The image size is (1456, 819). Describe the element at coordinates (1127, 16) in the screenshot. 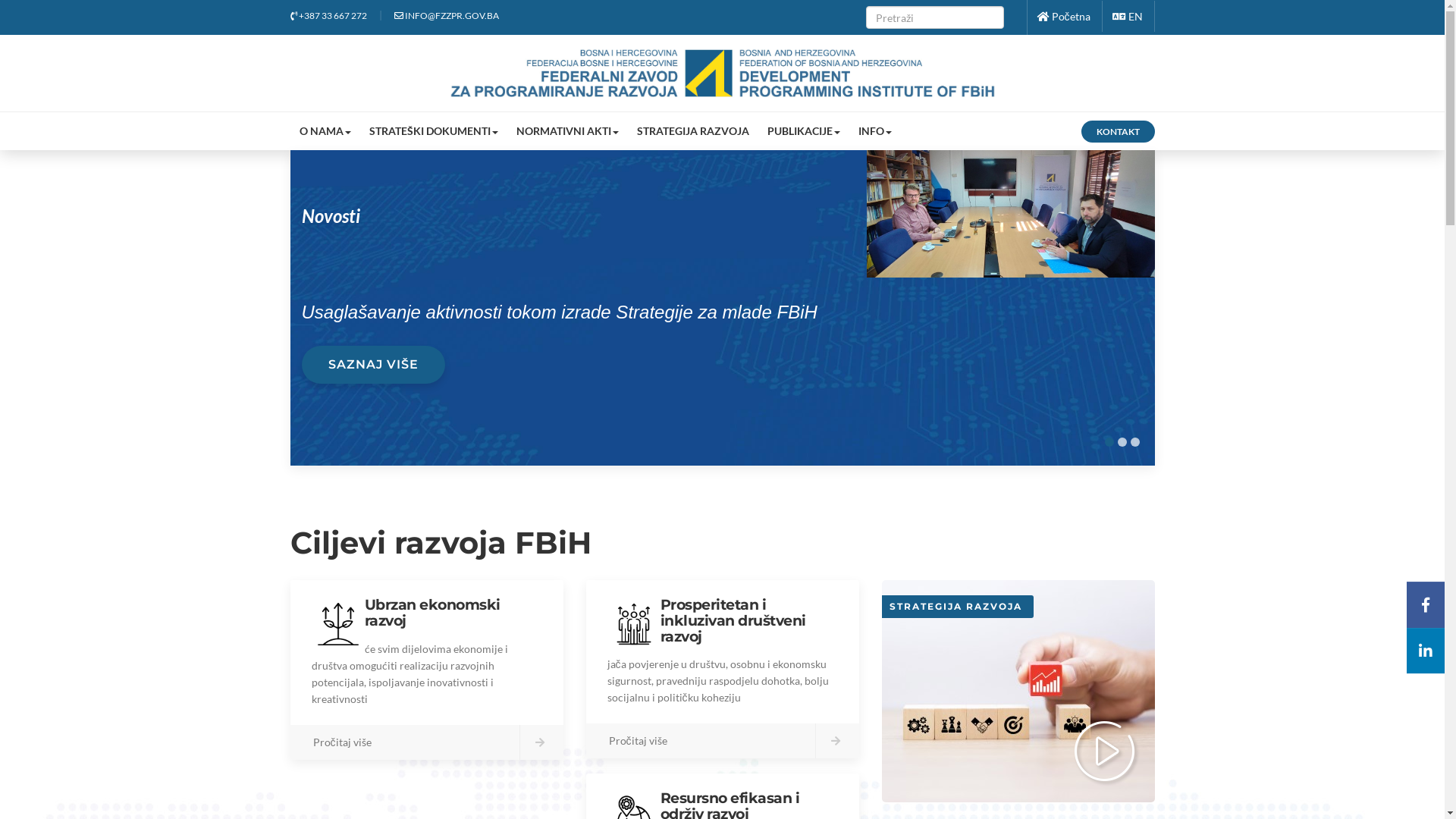

I see `'EN'` at that location.